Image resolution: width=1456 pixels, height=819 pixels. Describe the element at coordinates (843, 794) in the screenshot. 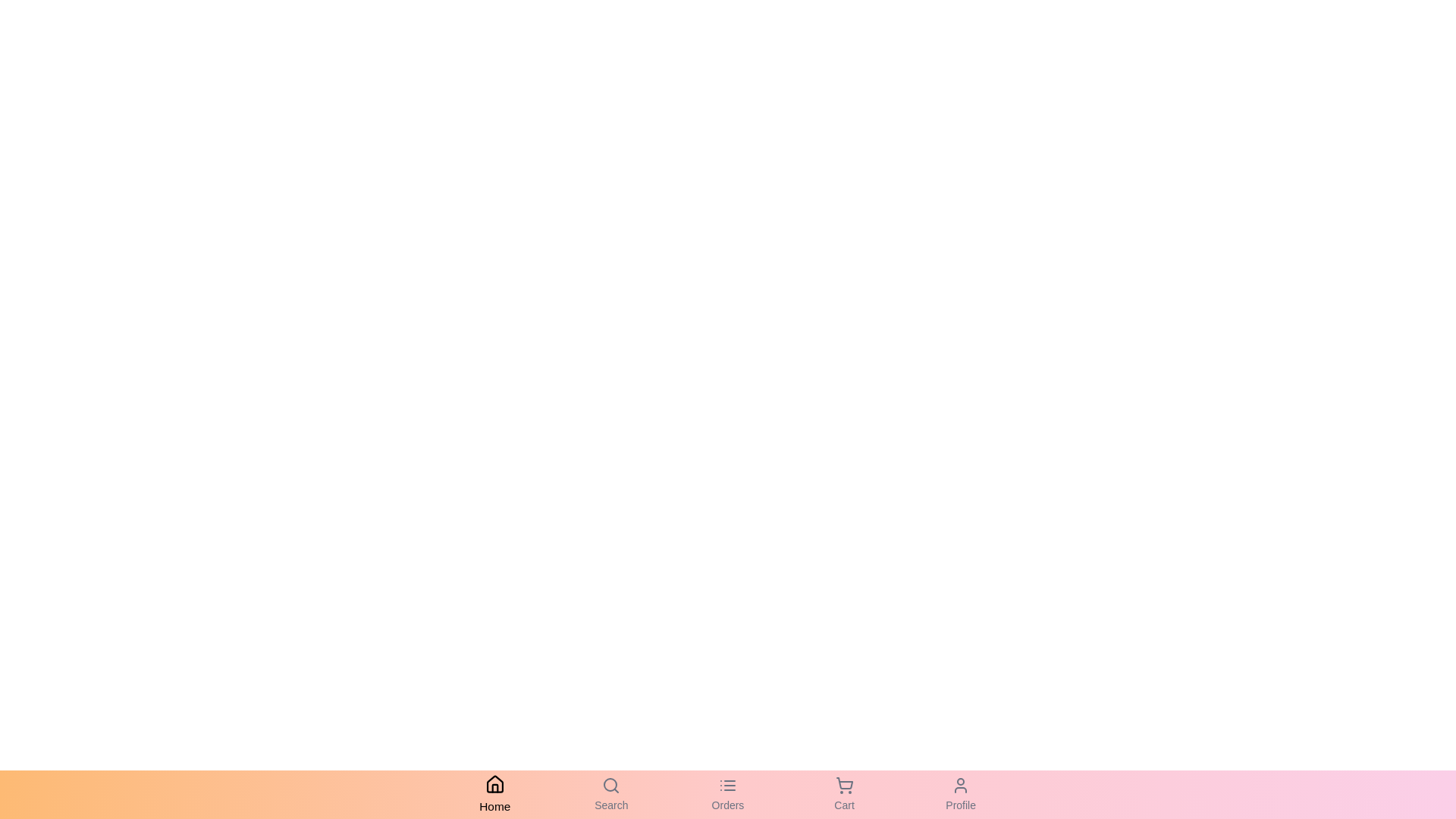

I see `the Cart tab by clicking on it` at that location.